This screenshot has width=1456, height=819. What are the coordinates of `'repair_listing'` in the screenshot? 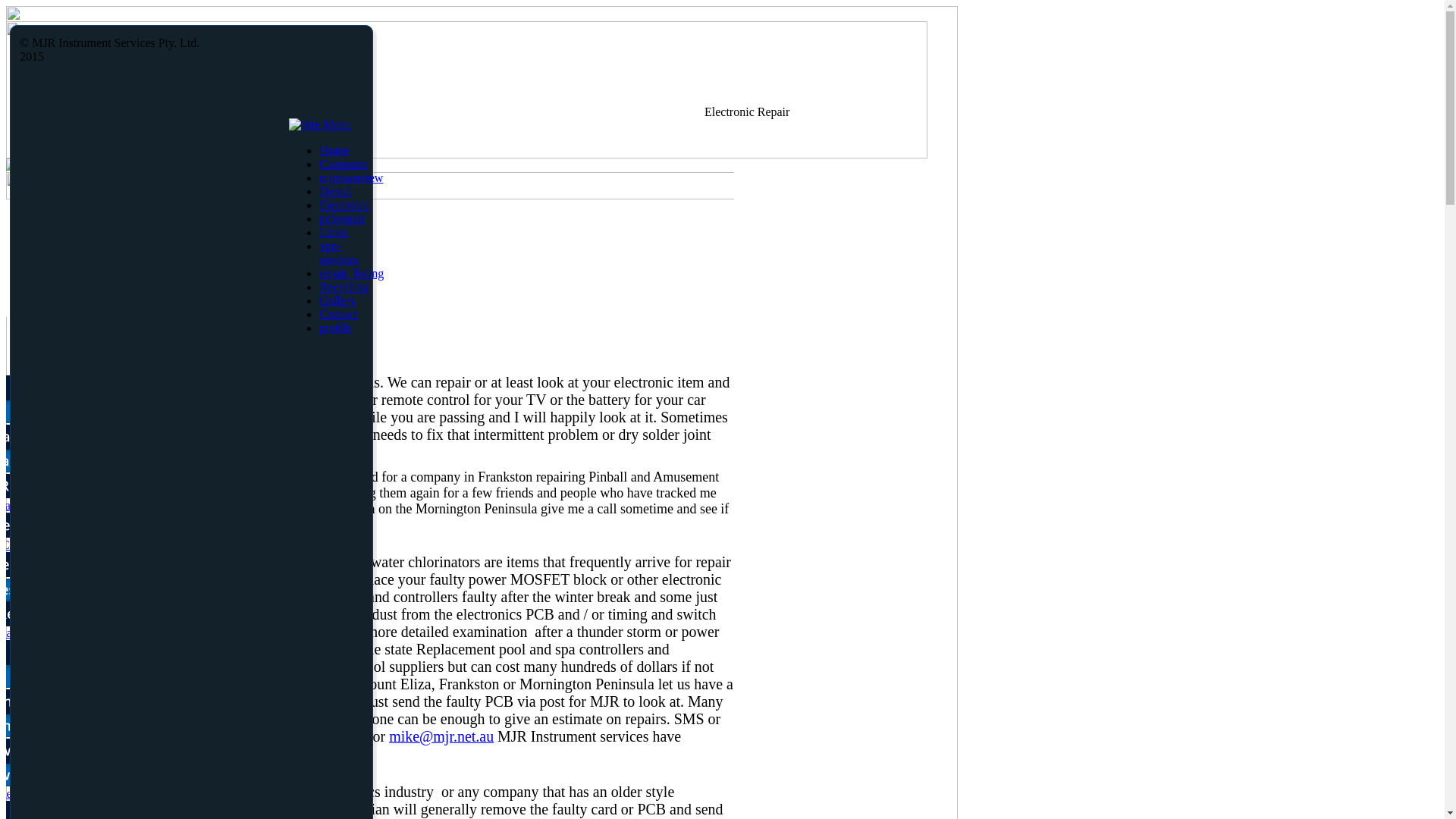 It's located at (350, 273).